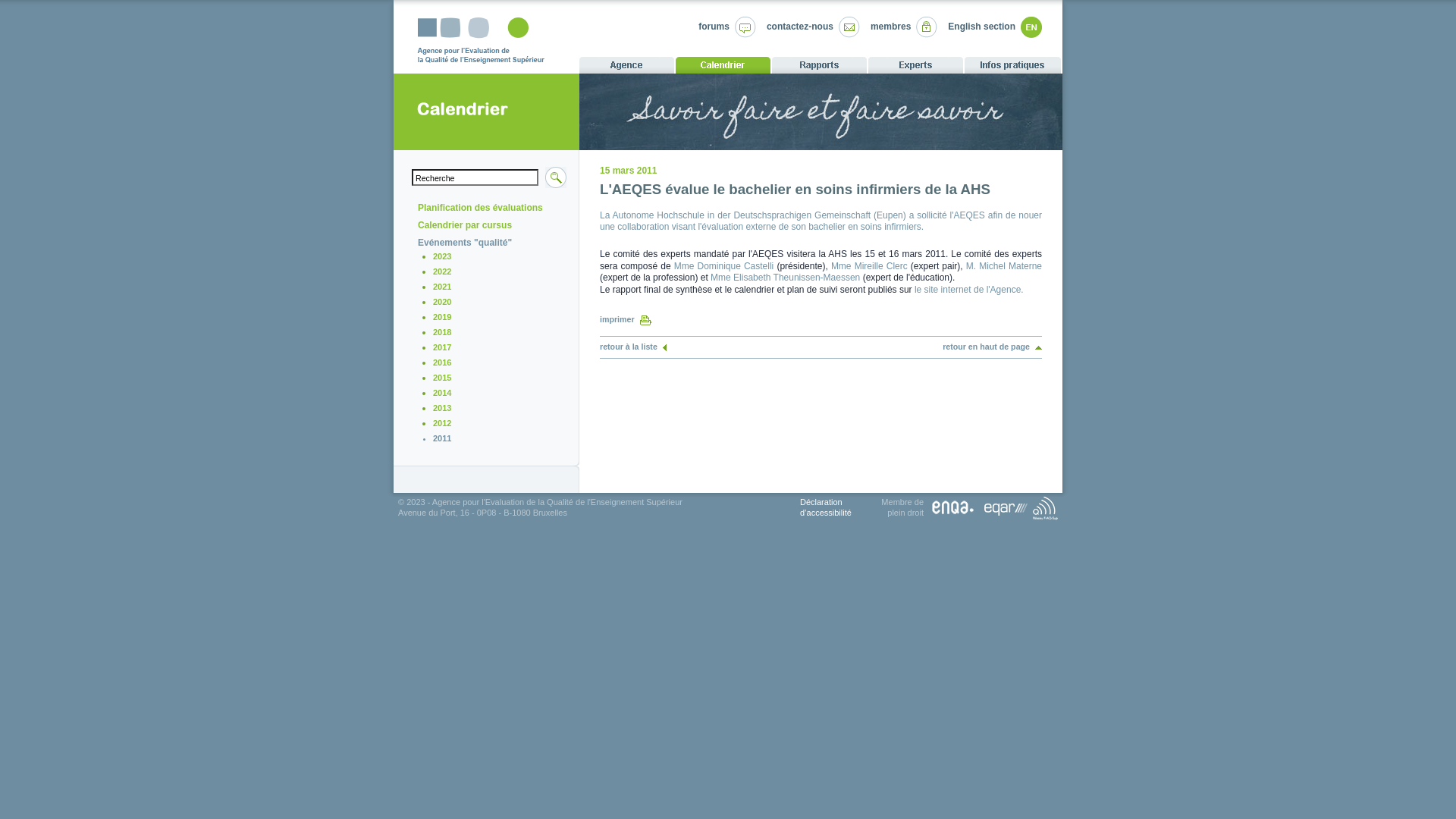 This screenshot has height=819, width=1456. What do you see at coordinates (441, 347) in the screenshot?
I see `'2017'` at bounding box center [441, 347].